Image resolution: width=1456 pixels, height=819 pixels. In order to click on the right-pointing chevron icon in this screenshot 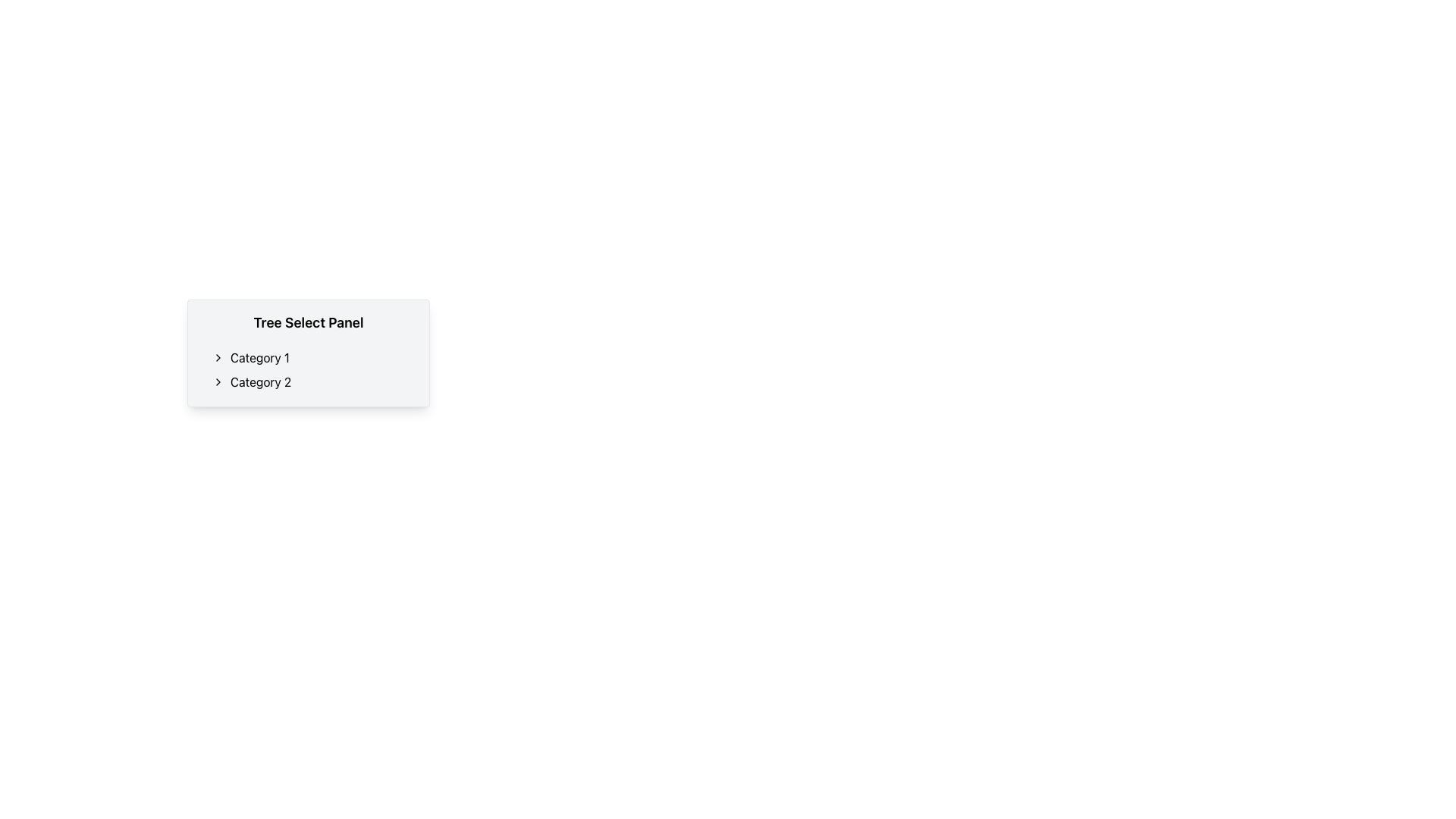, I will do `click(218, 381)`.